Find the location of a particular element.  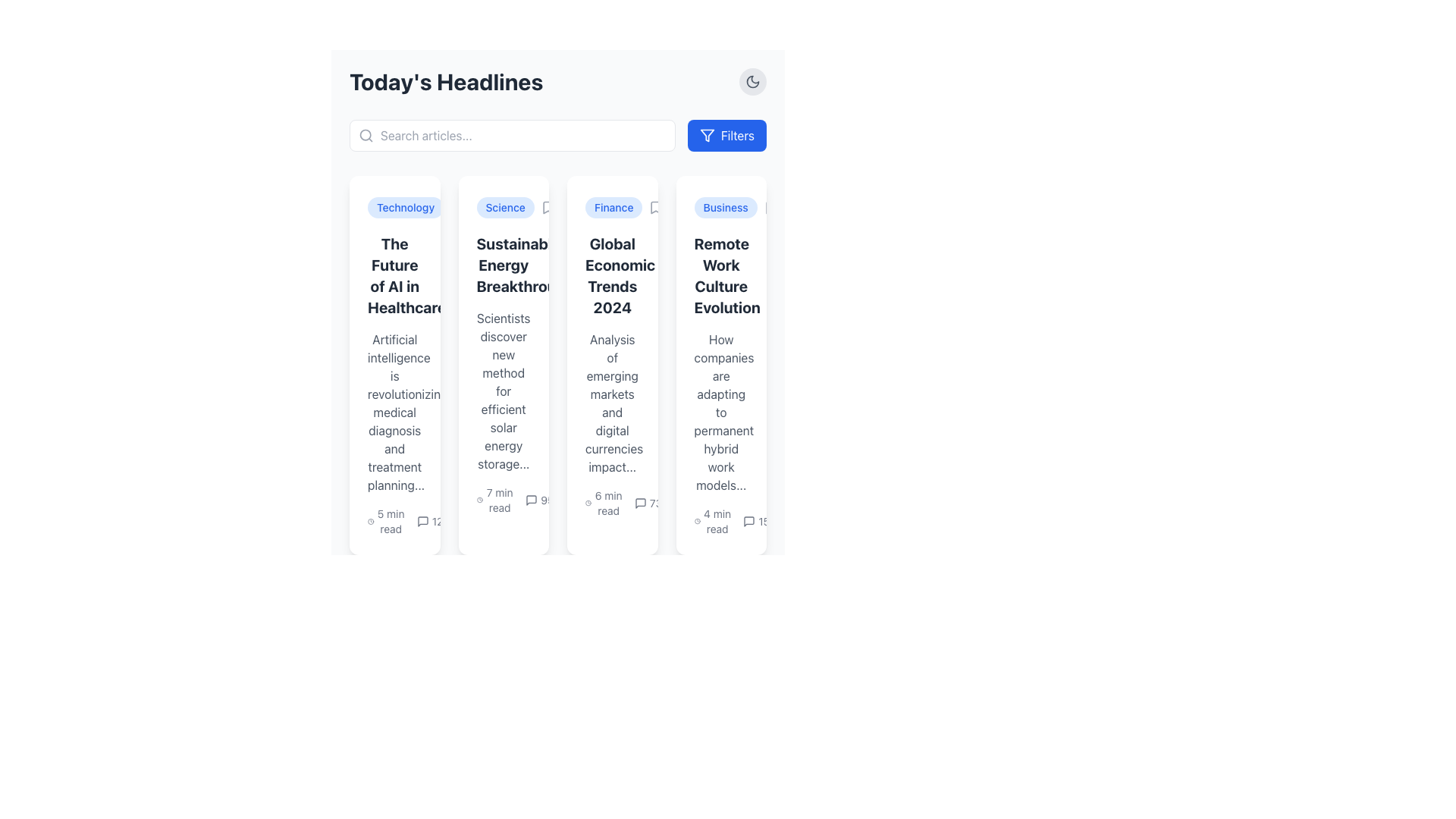

the text element displaying '4 min read' located at the bottom-right corner of the 'Remote Work Culture Evolution' article card is located at coordinates (720, 520).